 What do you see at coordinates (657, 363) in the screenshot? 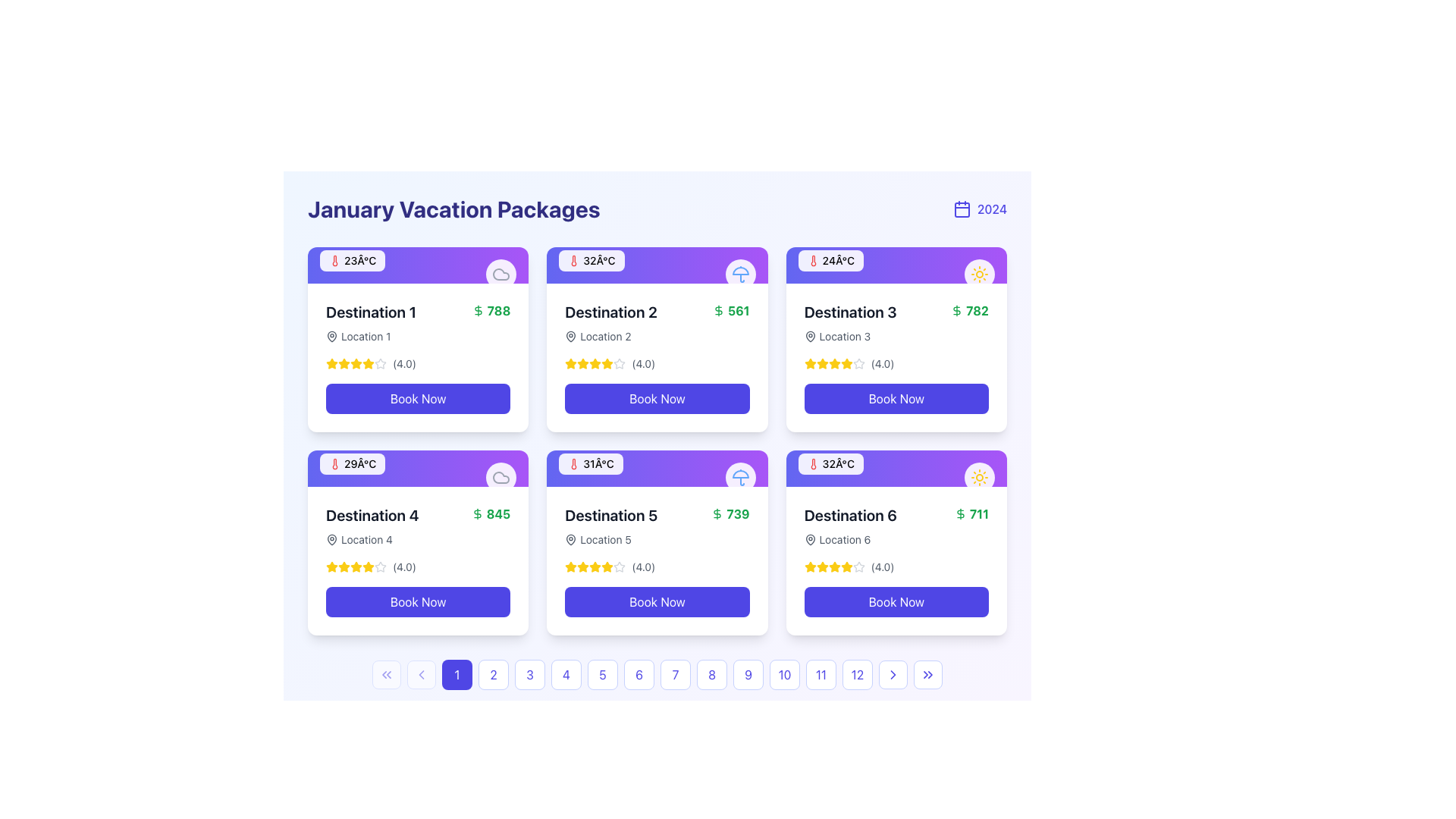
I see `the stars in the rating display located in the second card titled 'Destination 2'` at bounding box center [657, 363].